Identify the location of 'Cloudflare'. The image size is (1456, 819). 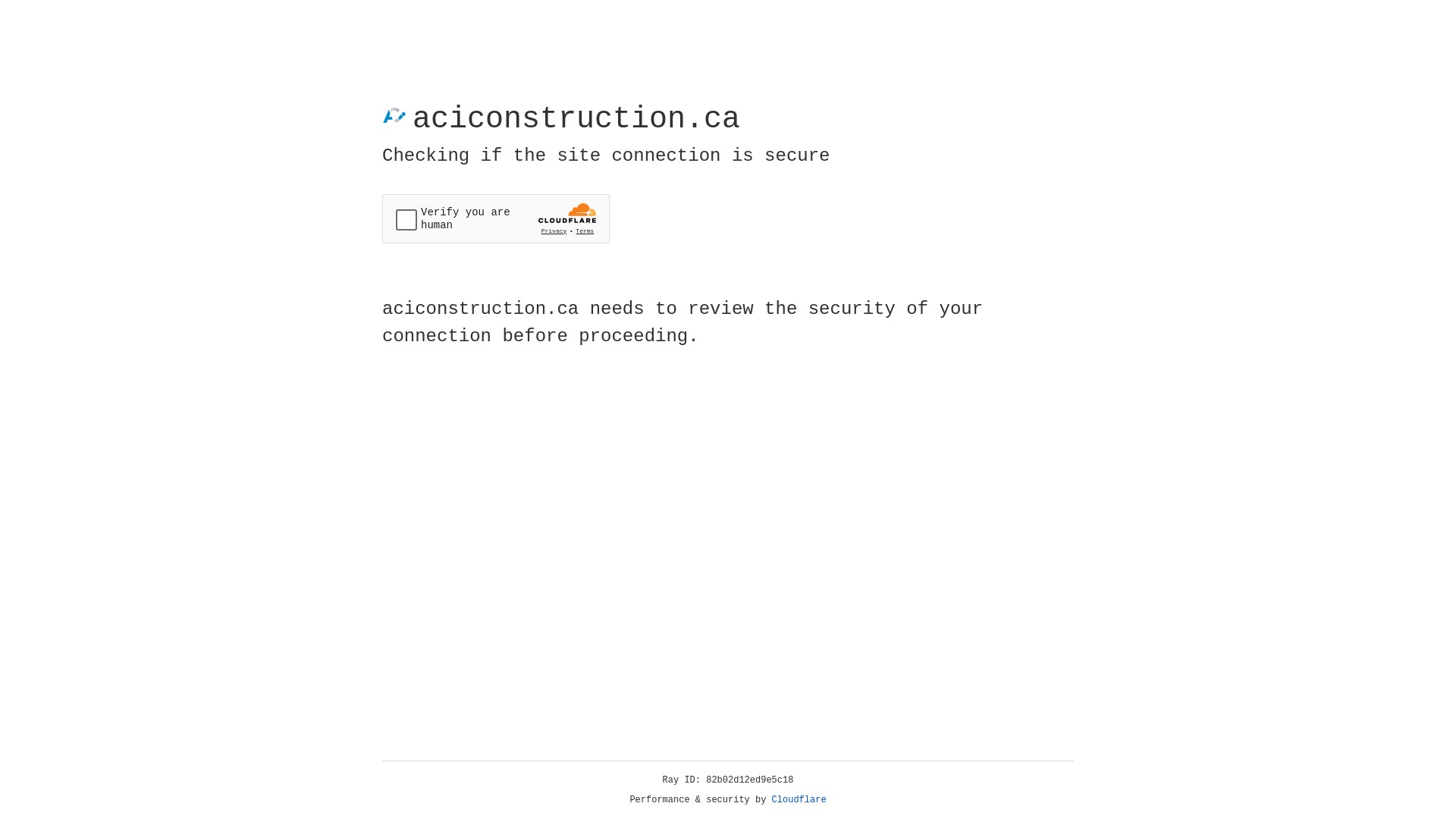
(799, 799).